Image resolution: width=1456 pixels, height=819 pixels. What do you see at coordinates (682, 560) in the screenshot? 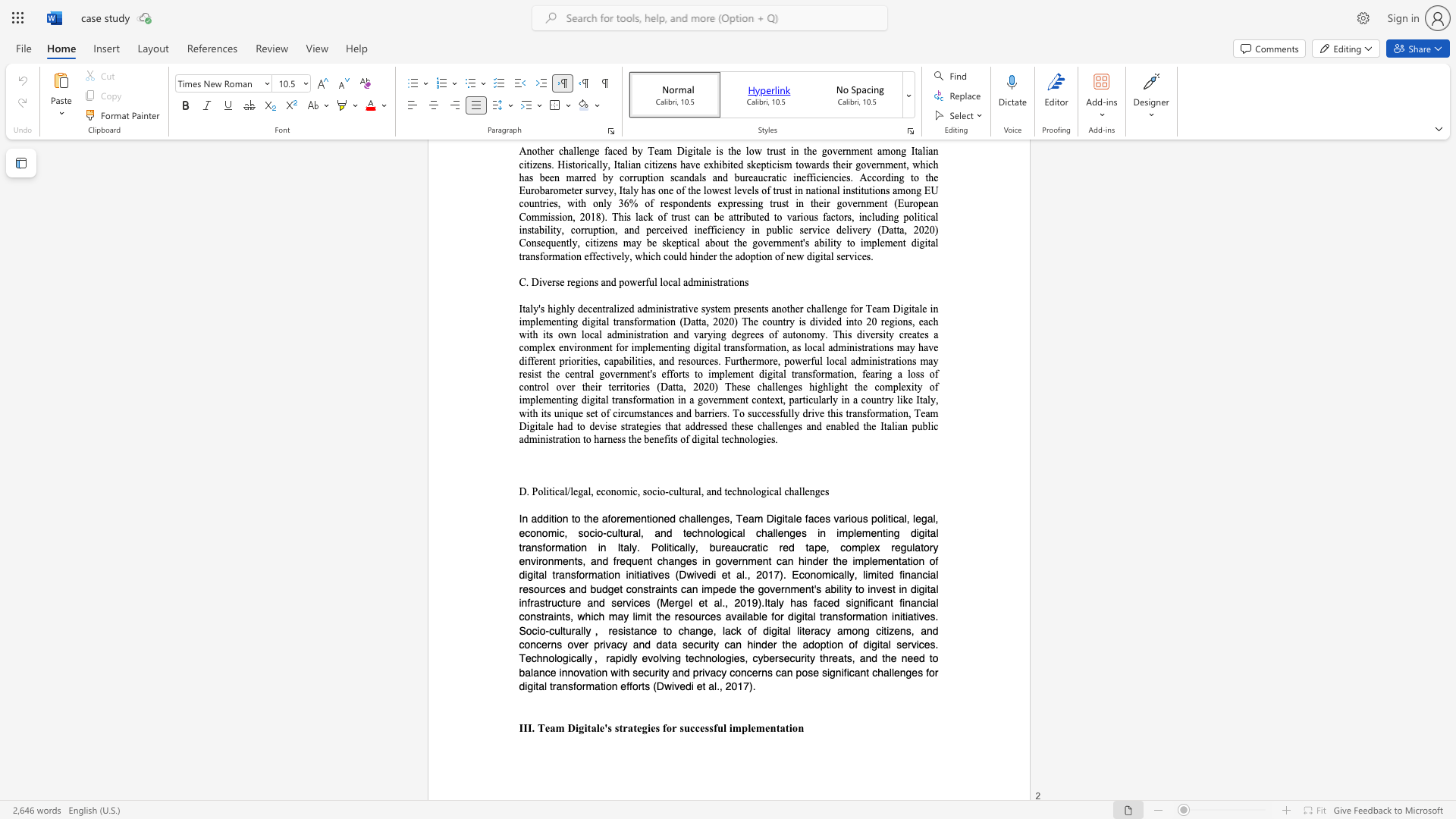
I see `the 9th character "g" in the text` at bounding box center [682, 560].